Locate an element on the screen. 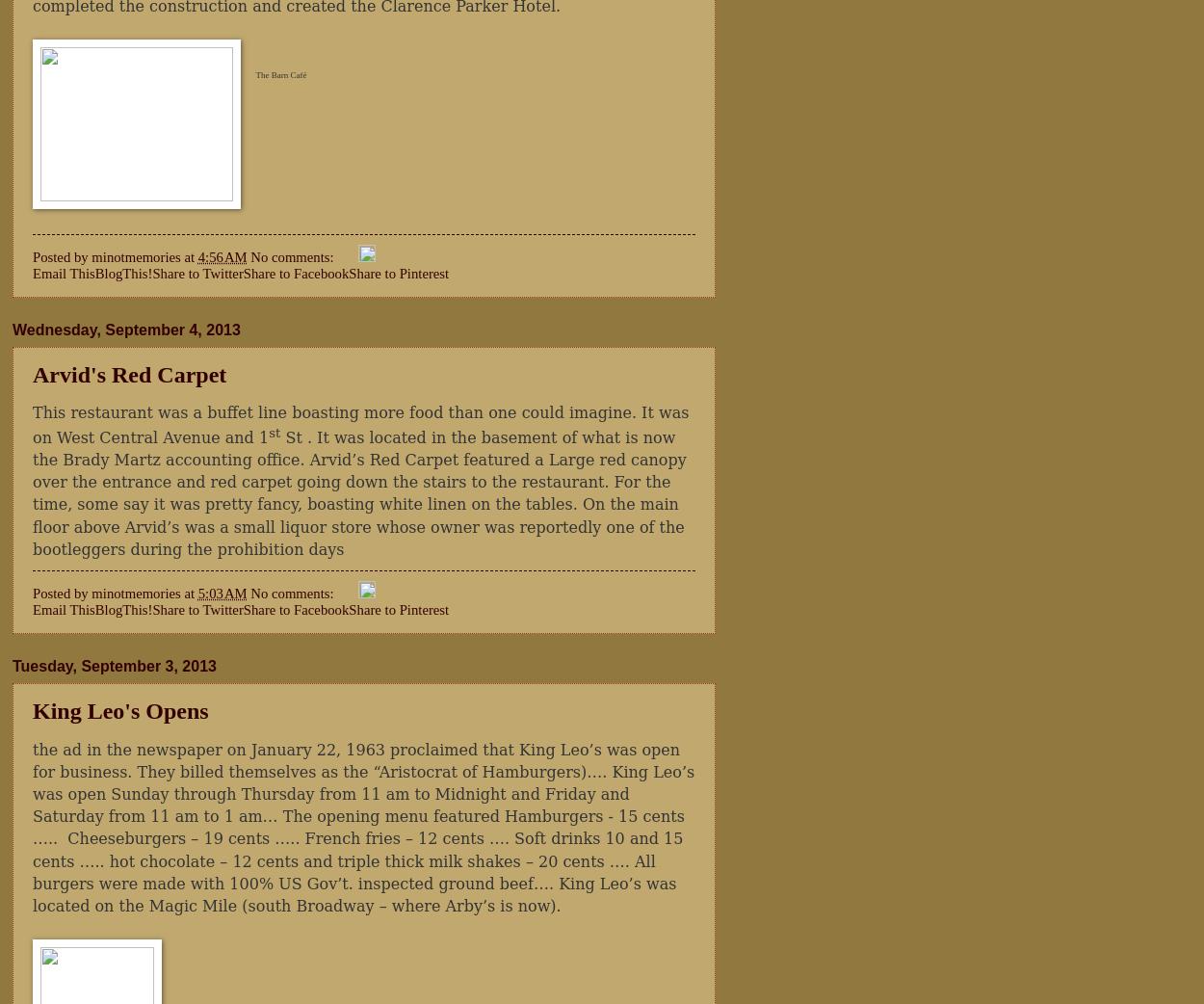 This screenshot has width=1204, height=1004. 'Cheeseburgers – 19 cents ….. French fries – 12 cents …. Soft drinks 10
and 15 cents ….. hot chocolate – 12 cents and triple thick milk shakes – 20
cents …. All burgers were made with 100% US Gov’t. inspected ground beef…. King
Leo’s was located on the Magic Mile (south Broadway – where Arby’s is now).' is located at coordinates (356, 870).